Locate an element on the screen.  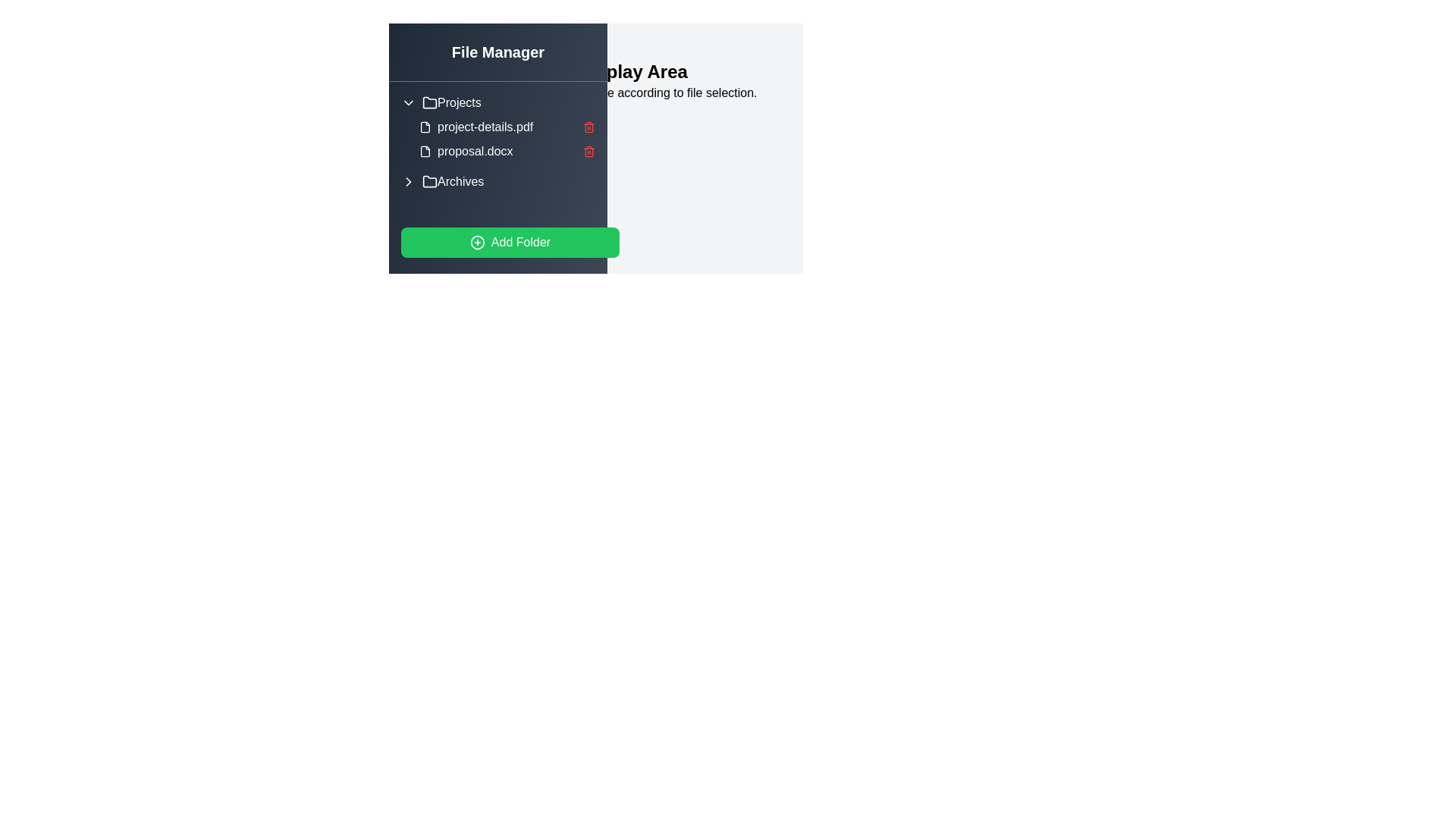
the chevron arrow icon located to the left of the 'Archives' folder label in the 'File Manager' sidebar is located at coordinates (408, 180).